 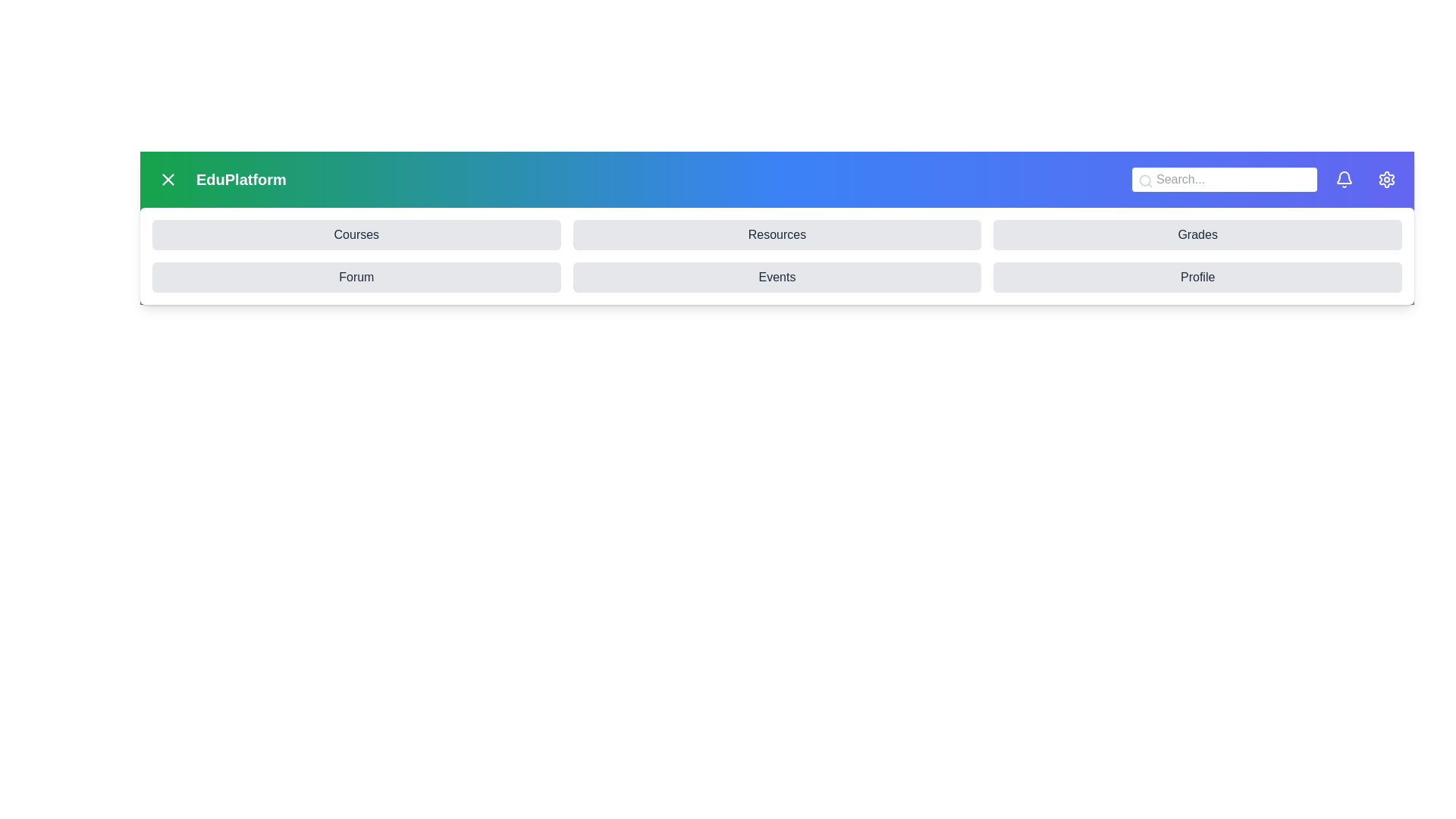 I want to click on the 'Bell' icon to view notifications, so click(x=1344, y=178).